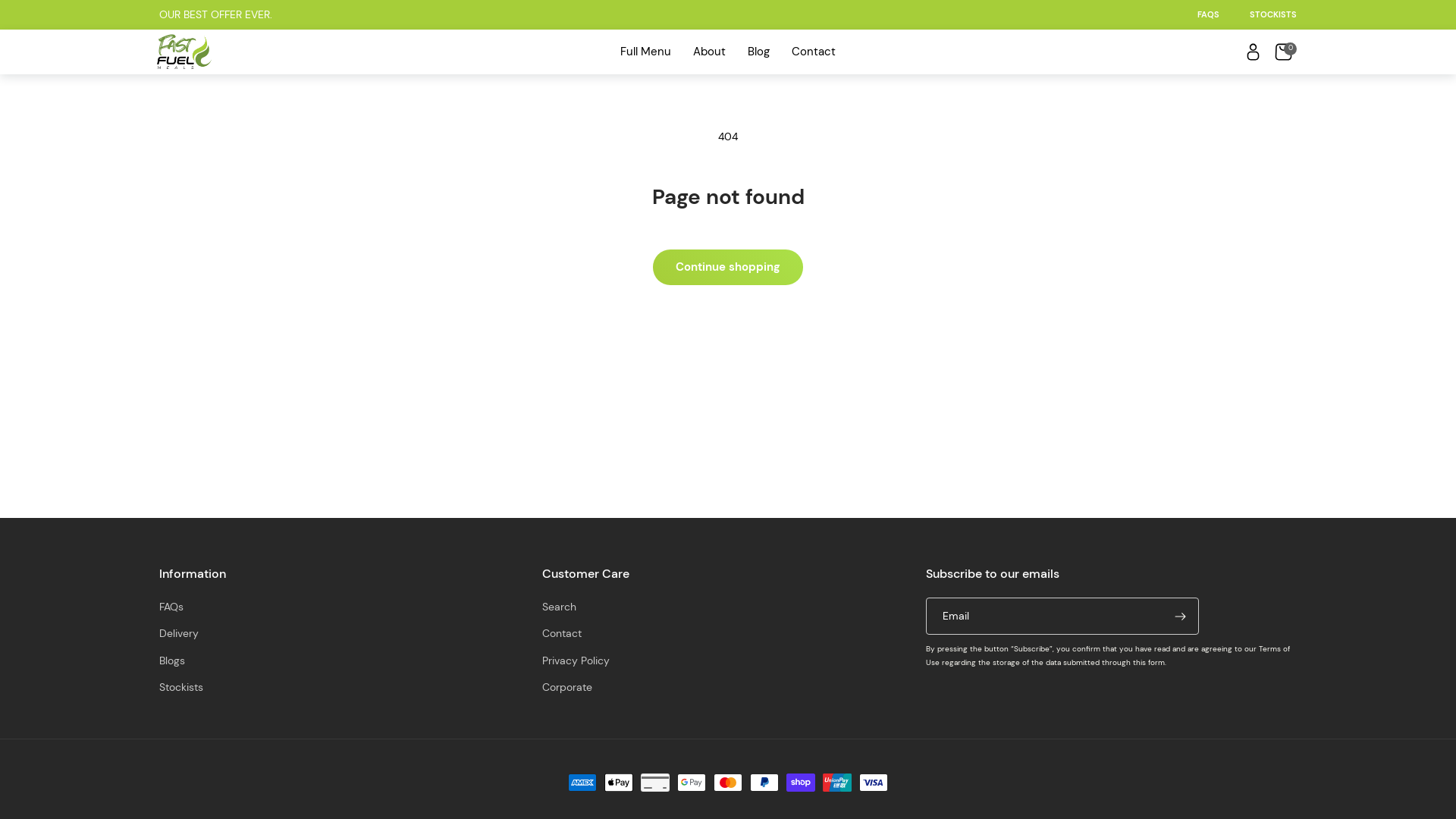 The width and height of the screenshot is (1456, 819). Describe the element at coordinates (728, 266) in the screenshot. I see `'Continue shopping'` at that location.